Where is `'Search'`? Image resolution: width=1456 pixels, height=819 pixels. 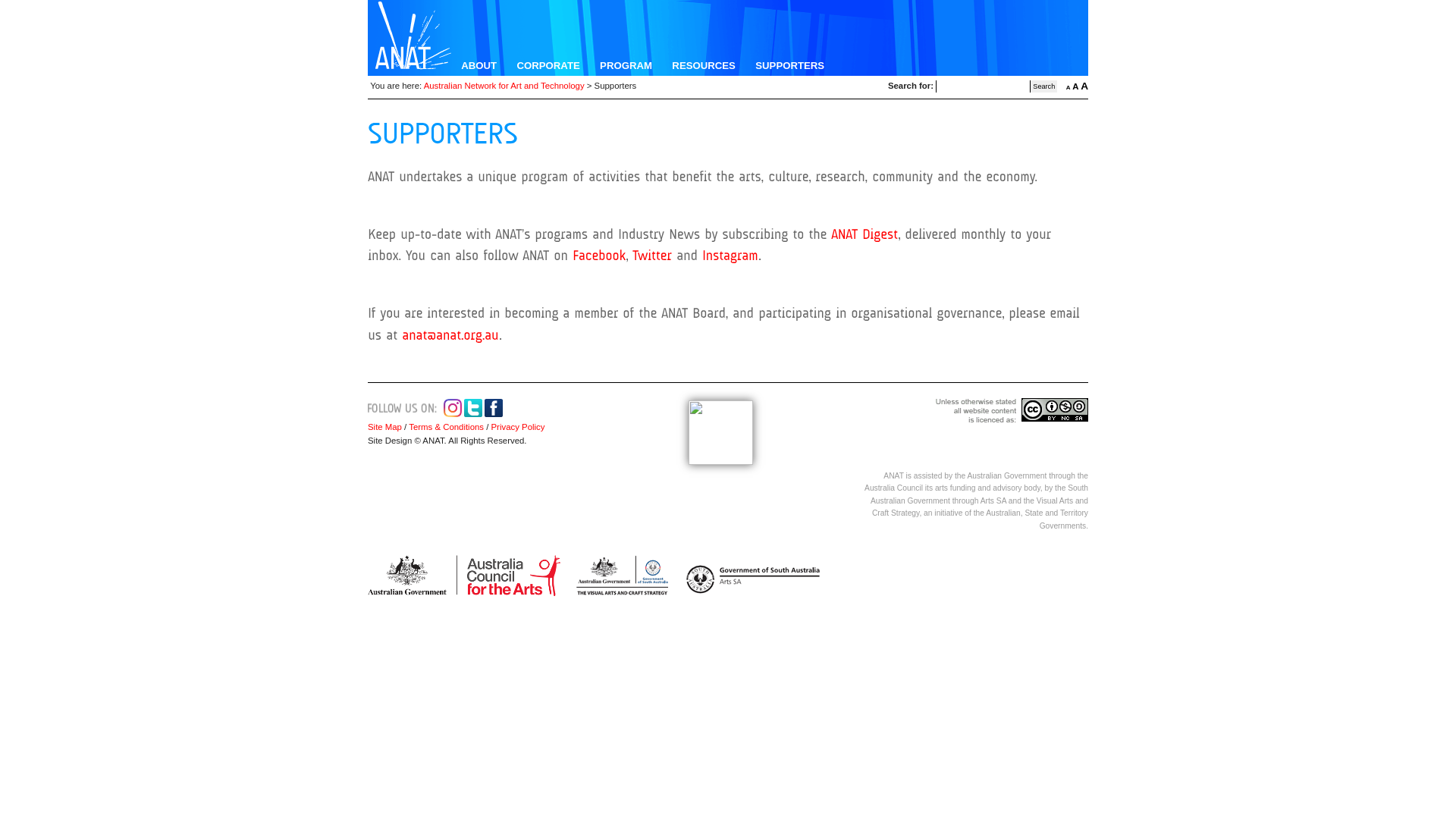 'Search' is located at coordinates (1030, 86).